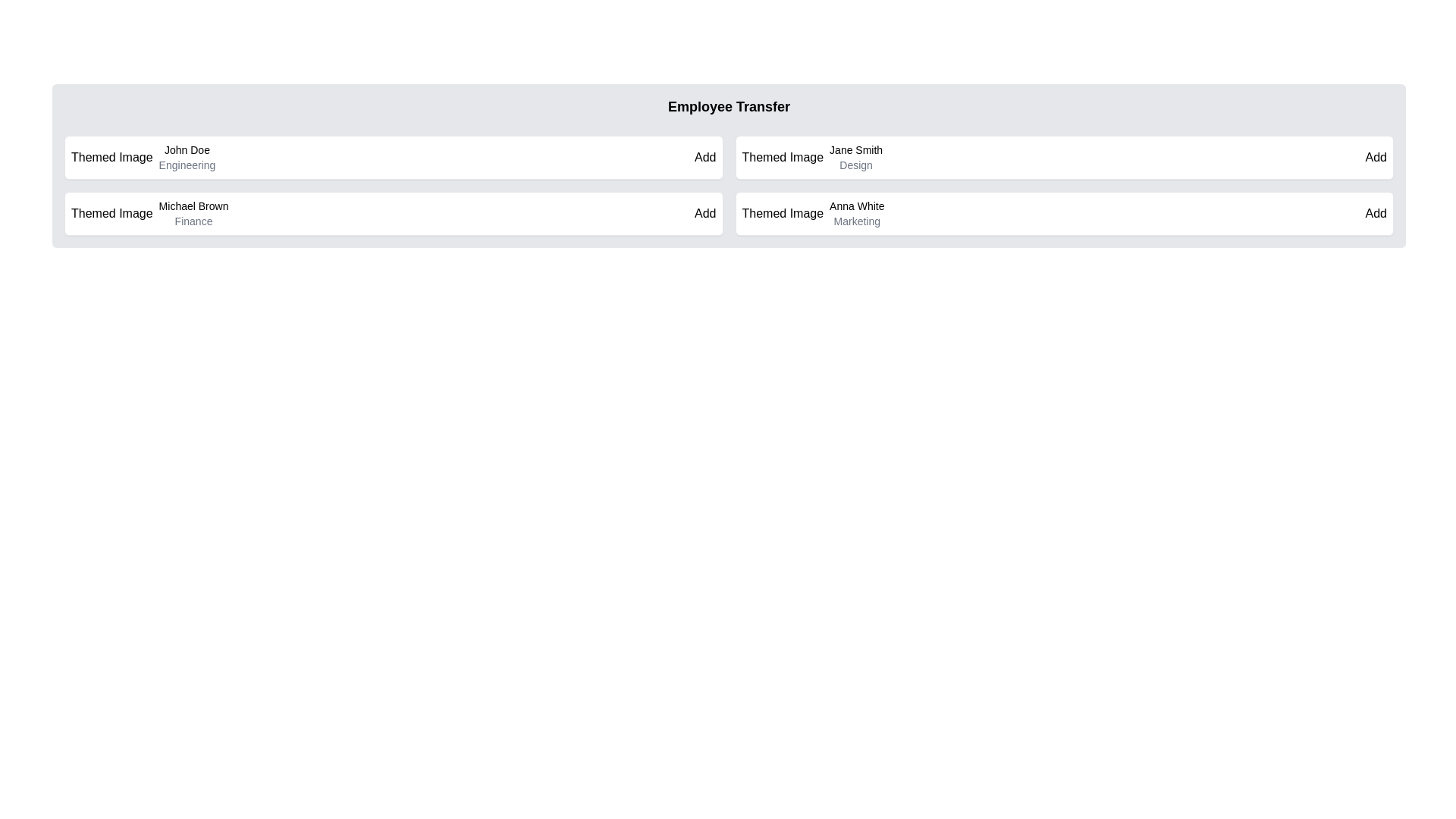 The height and width of the screenshot is (819, 1456). What do you see at coordinates (856, 149) in the screenshot?
I see `text label 'Jane Smith' which is prominently styled and positioned above the text labeled 'Design' in the profile information section under 'Employee Transfer'` at bounding box center [856, 149].